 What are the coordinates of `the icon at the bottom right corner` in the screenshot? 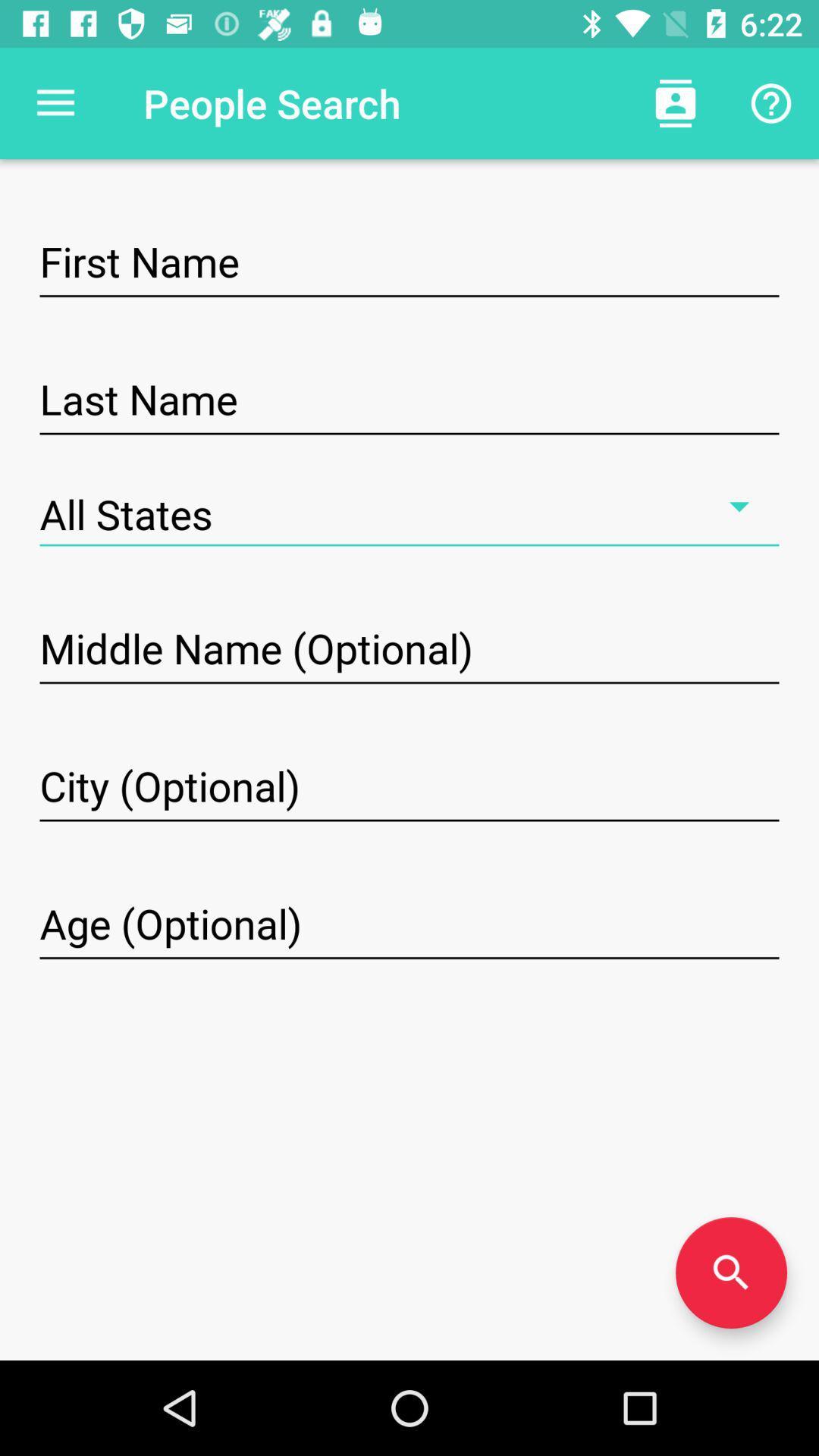 It's located at (730, 1272).